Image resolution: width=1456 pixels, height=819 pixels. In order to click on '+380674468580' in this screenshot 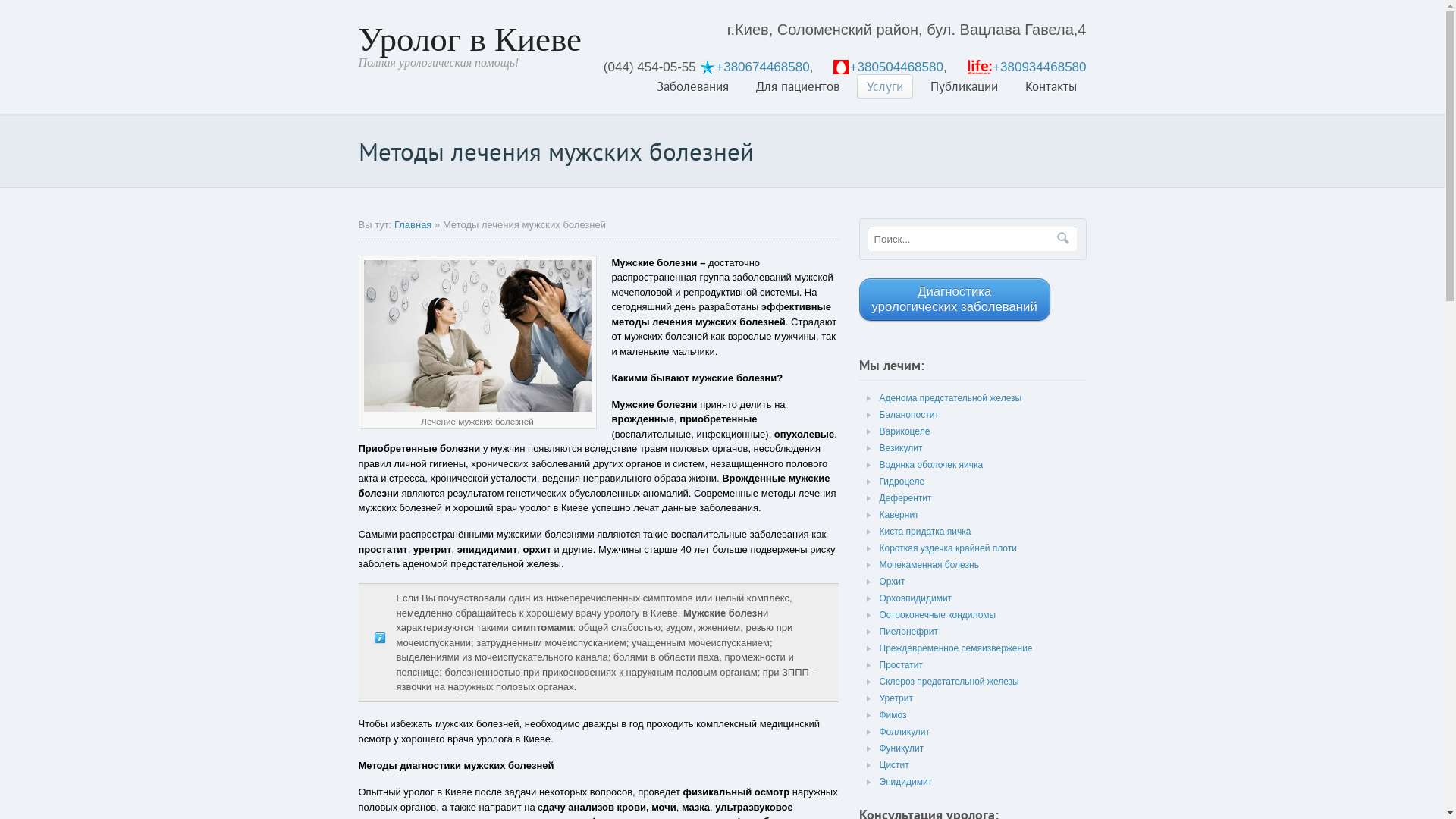, I will do `click(762, 66)`.